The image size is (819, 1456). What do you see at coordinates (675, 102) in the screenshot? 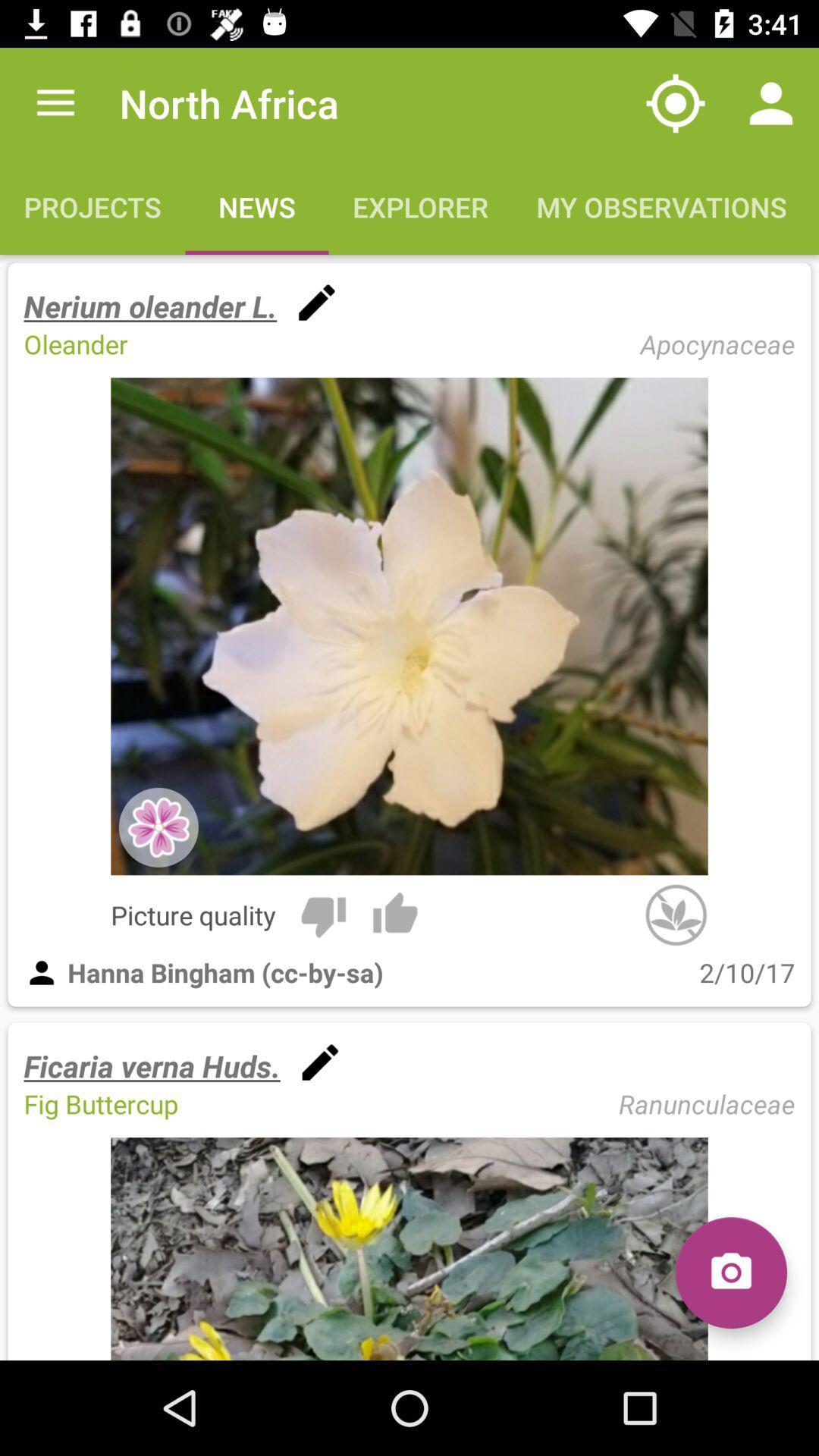
I see `app next to north africa` at bounding box center [675, 102].